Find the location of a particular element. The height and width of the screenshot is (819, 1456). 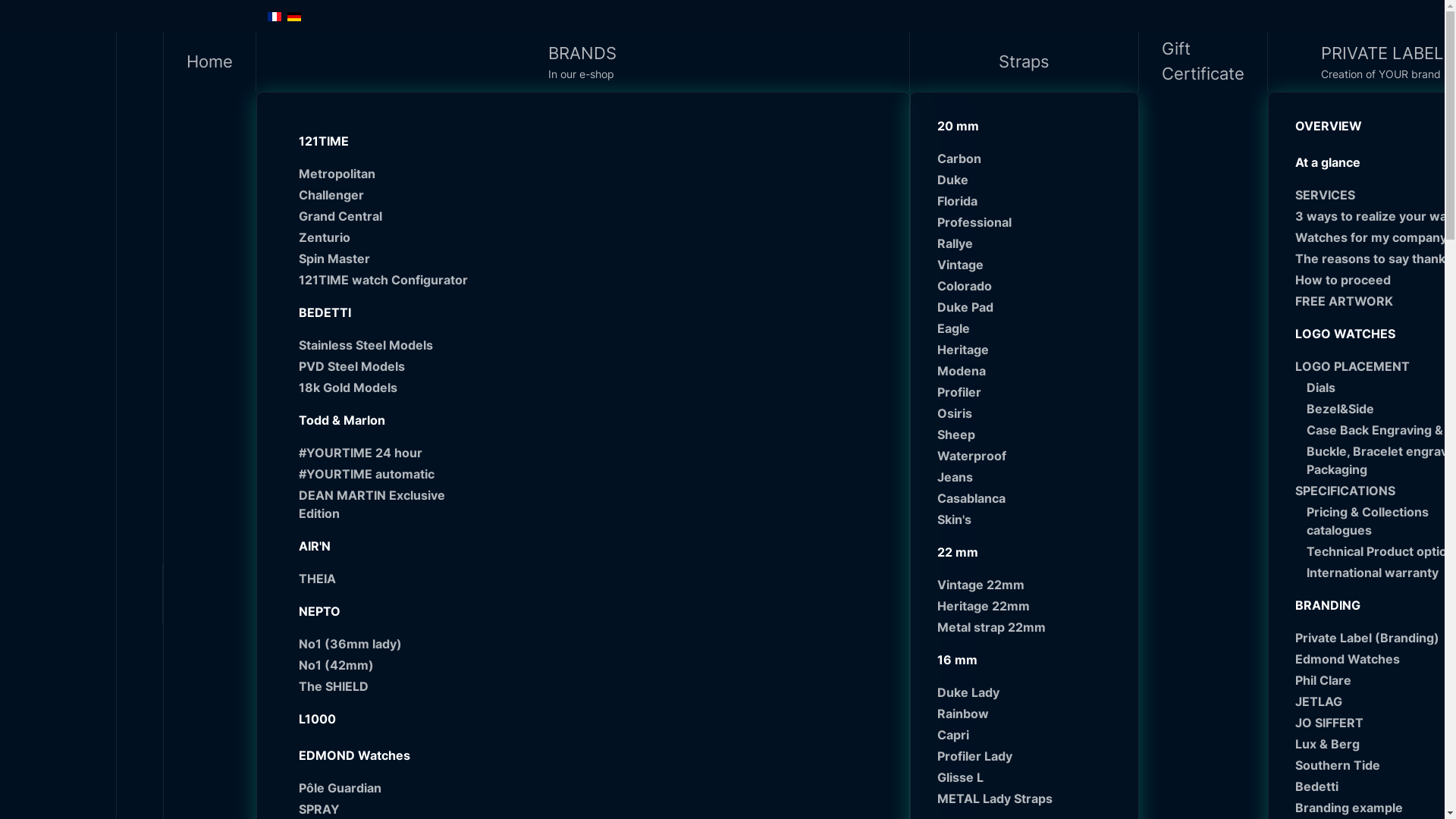

'121TIME' is located at coordinates (378, 140).